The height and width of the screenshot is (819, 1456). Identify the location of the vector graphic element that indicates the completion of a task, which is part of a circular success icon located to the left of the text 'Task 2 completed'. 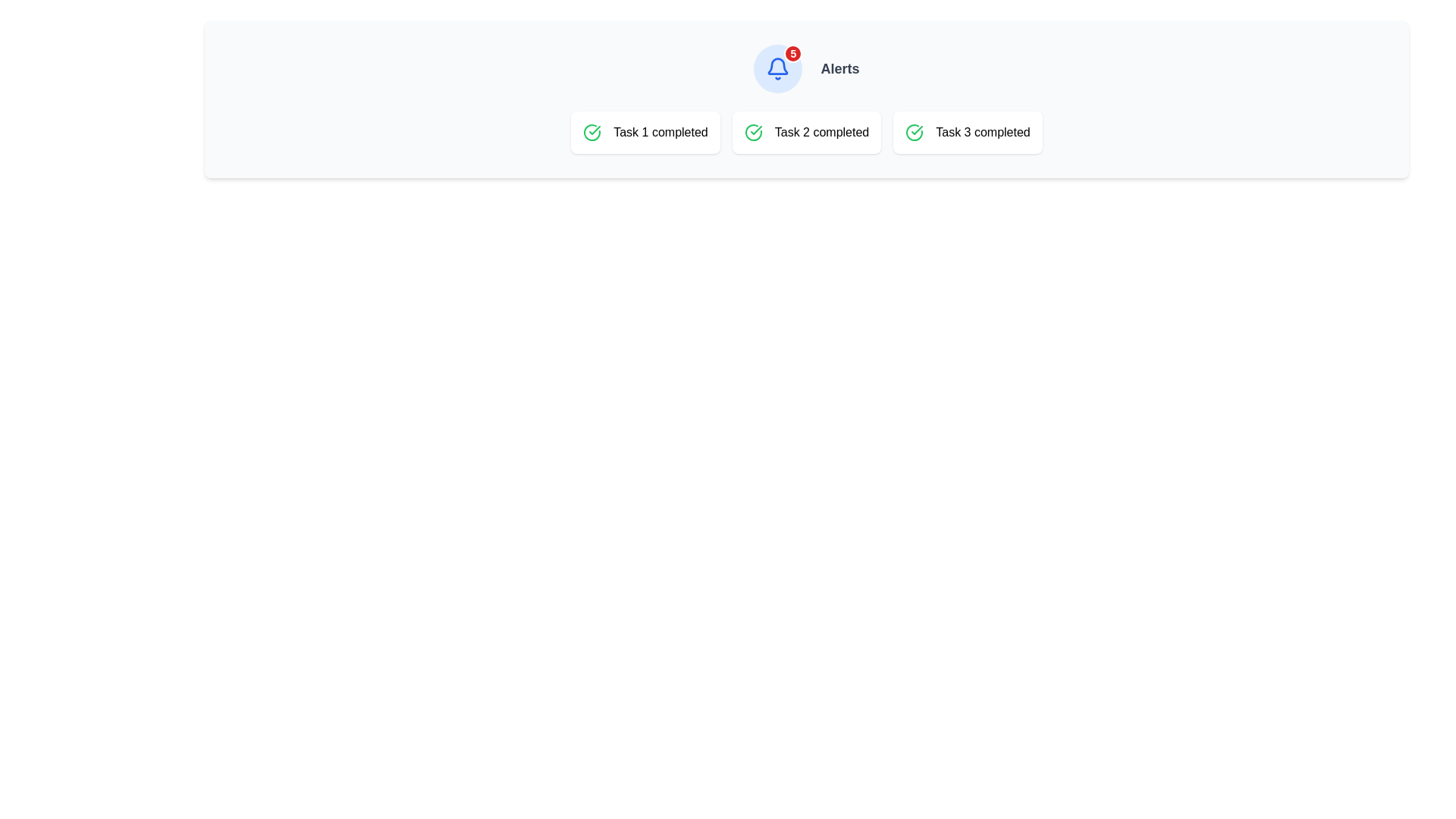
(916, 130).